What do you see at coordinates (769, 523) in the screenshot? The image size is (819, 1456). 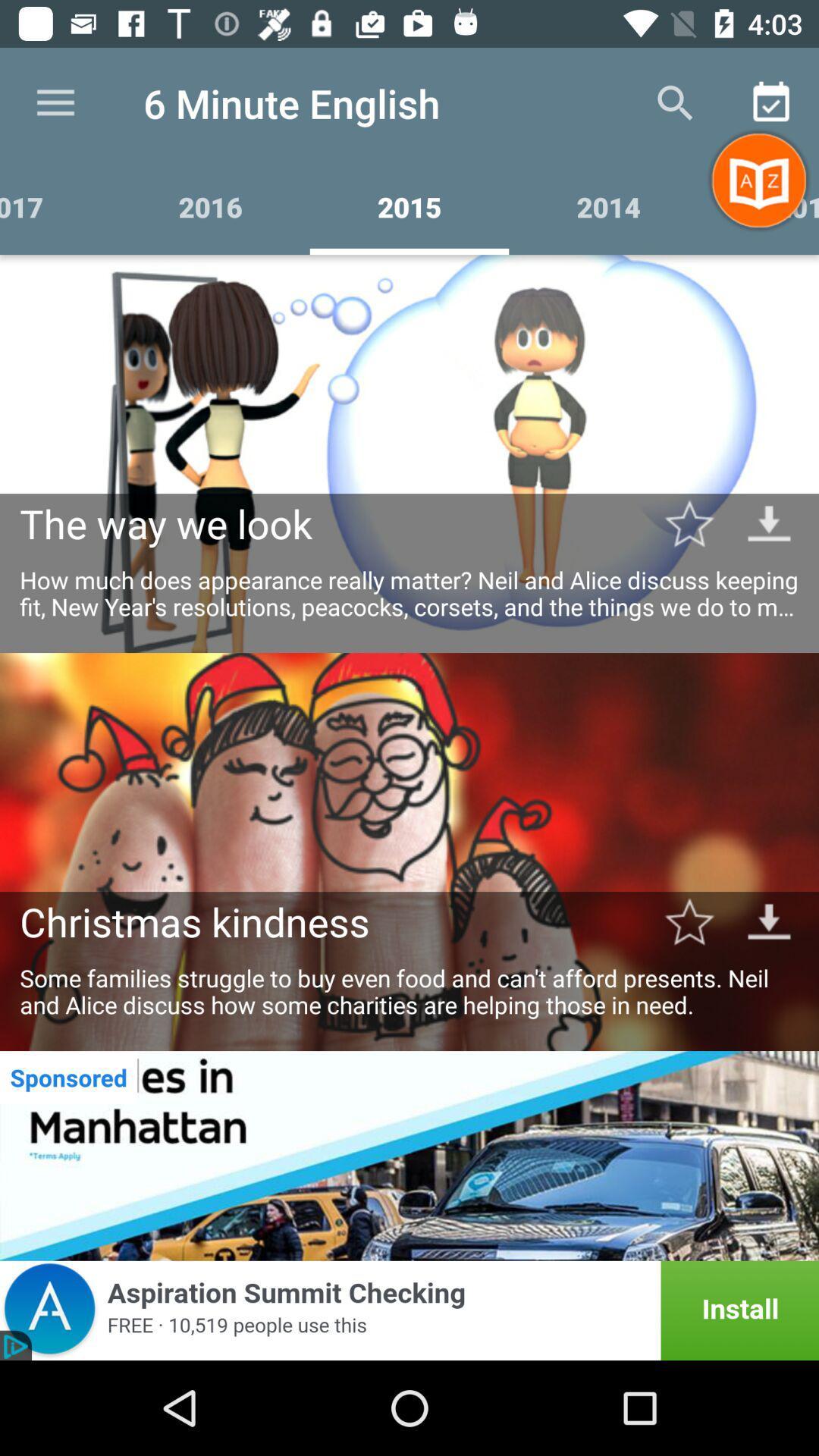 I see `downlodaing` at bounding box center [769, 523].